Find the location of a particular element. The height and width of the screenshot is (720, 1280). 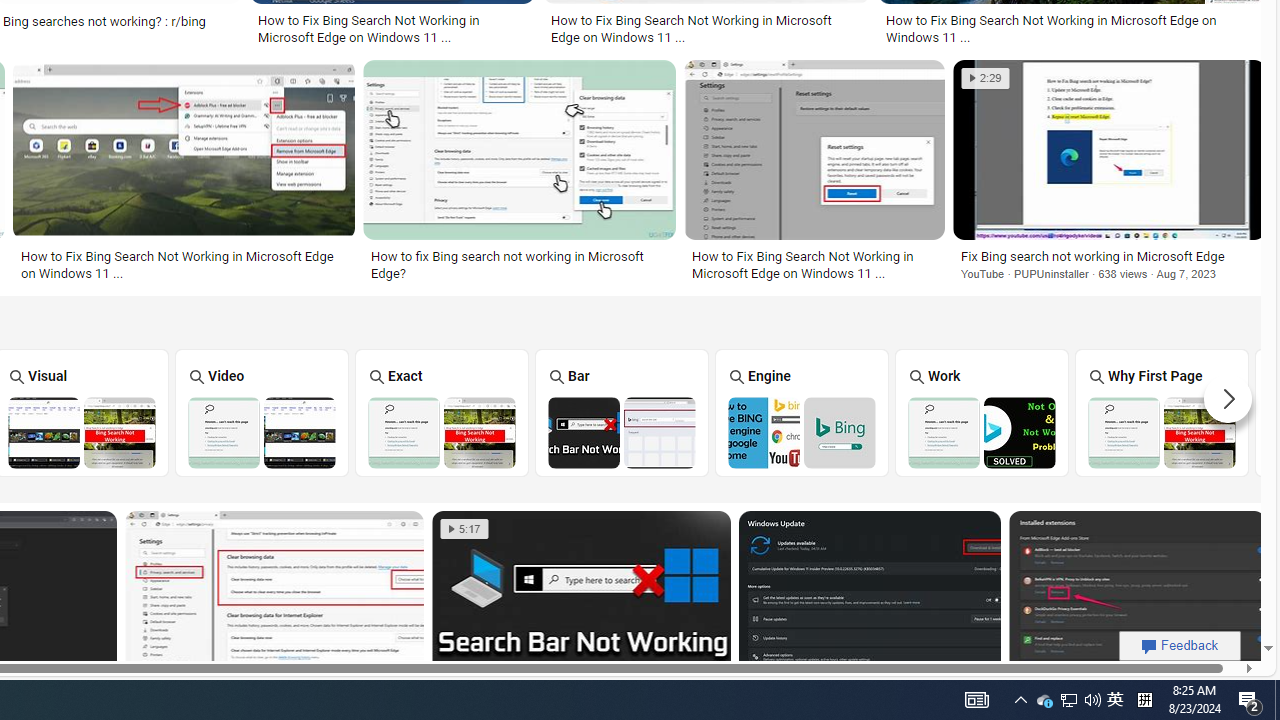

'Why First Page of Bing Search Not Working Why First Page' is located at coordinates (1162, 411).